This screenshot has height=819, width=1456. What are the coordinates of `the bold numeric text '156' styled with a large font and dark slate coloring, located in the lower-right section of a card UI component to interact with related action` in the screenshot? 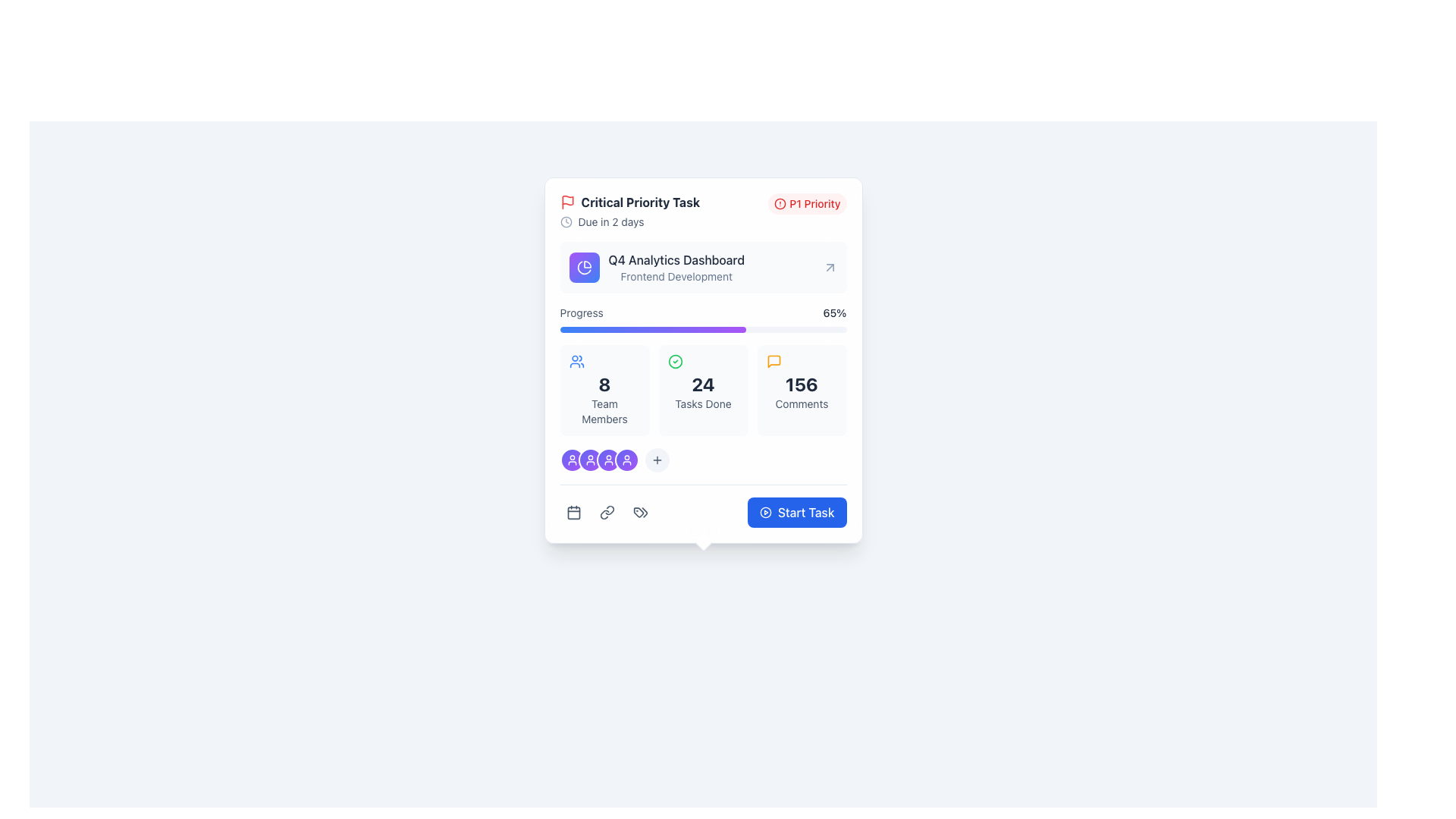 It's located at (801, 383).